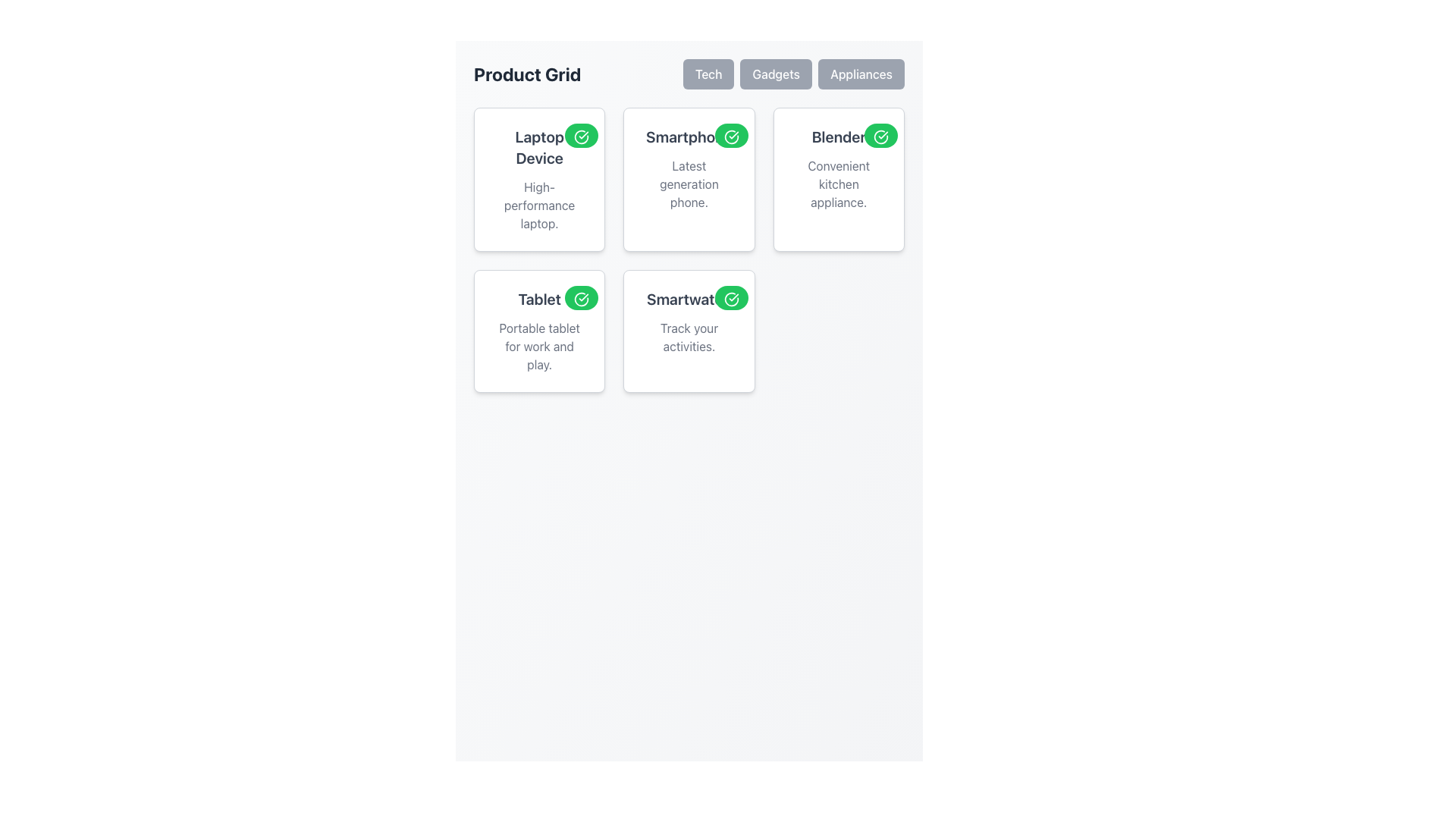 This screenshot has height=819, width=1456. Describe the element at coordinates (581, 298) in the screenshot. I see `the status indicator located in the upper-right corner of the 'Tablet' card in the 'Product Grid' section` at that location.